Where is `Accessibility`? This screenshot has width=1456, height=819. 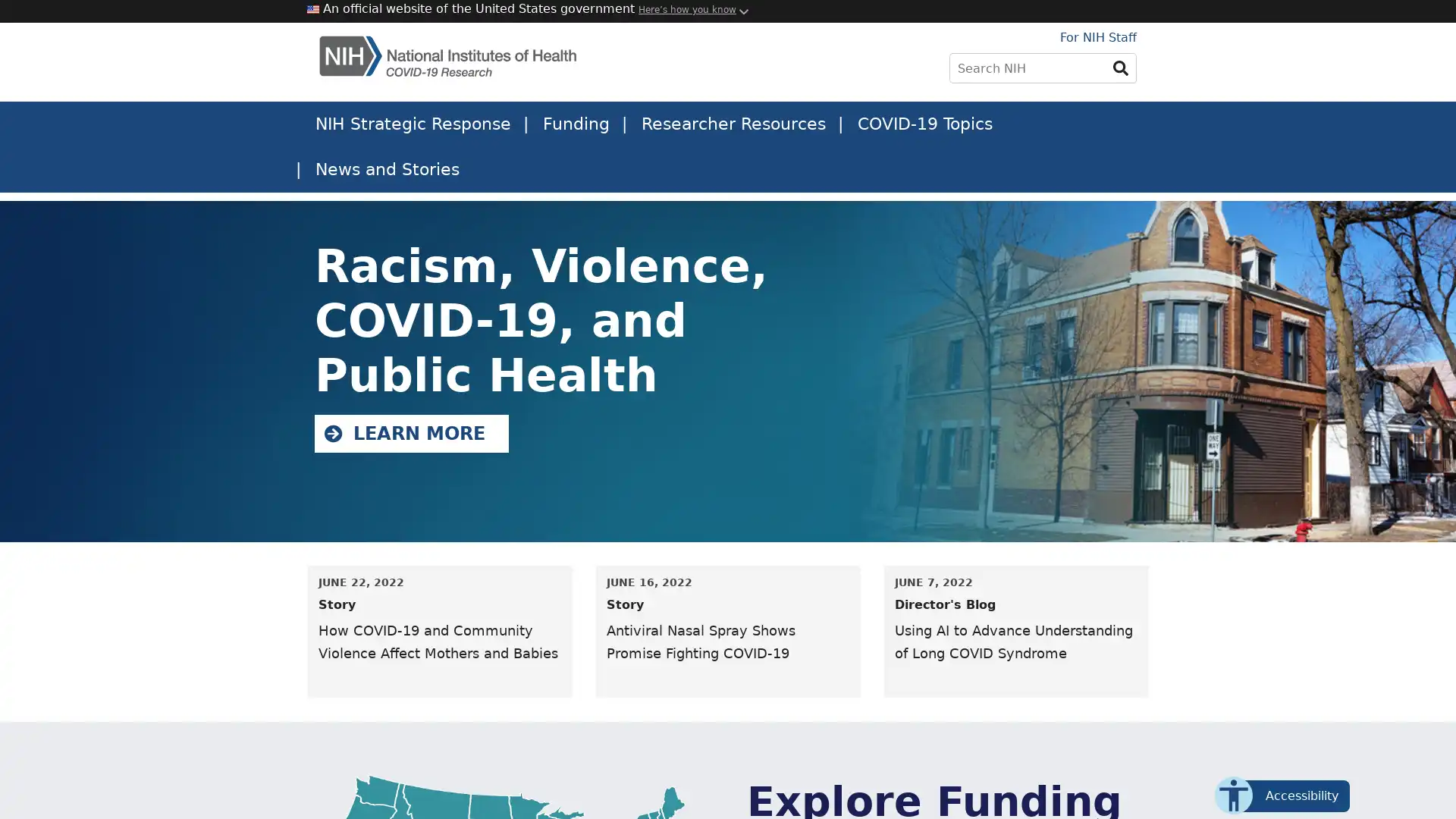
Accessibility is located at coordinates (1288, 795).